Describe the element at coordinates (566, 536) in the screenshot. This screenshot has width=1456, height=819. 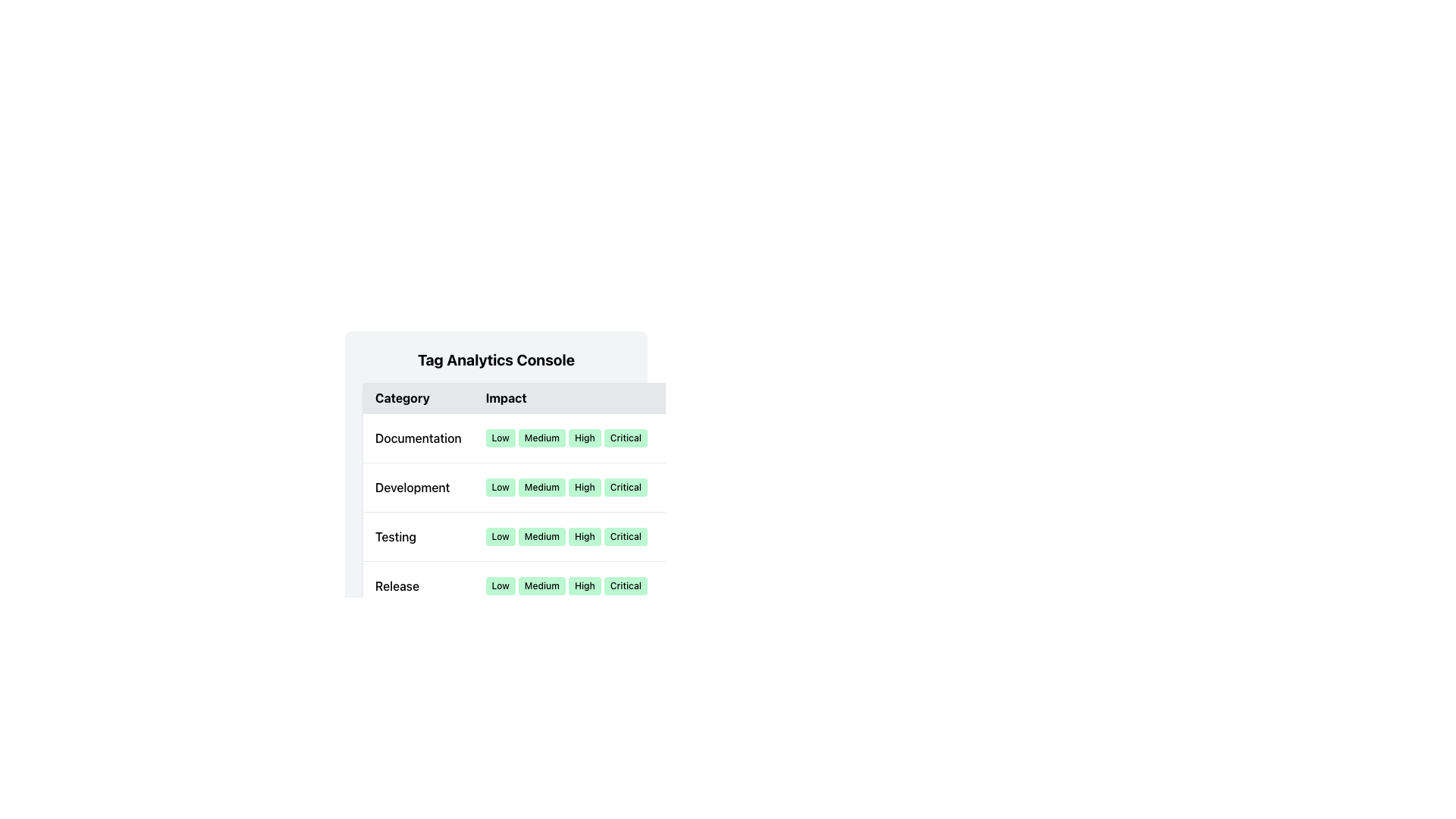
I see `the impact levels displayed in the horizontal bar containing the labels 'Low', 'Medium', 'High', and 'Critical' in the 'Impact' column of the Testing row` at that location.